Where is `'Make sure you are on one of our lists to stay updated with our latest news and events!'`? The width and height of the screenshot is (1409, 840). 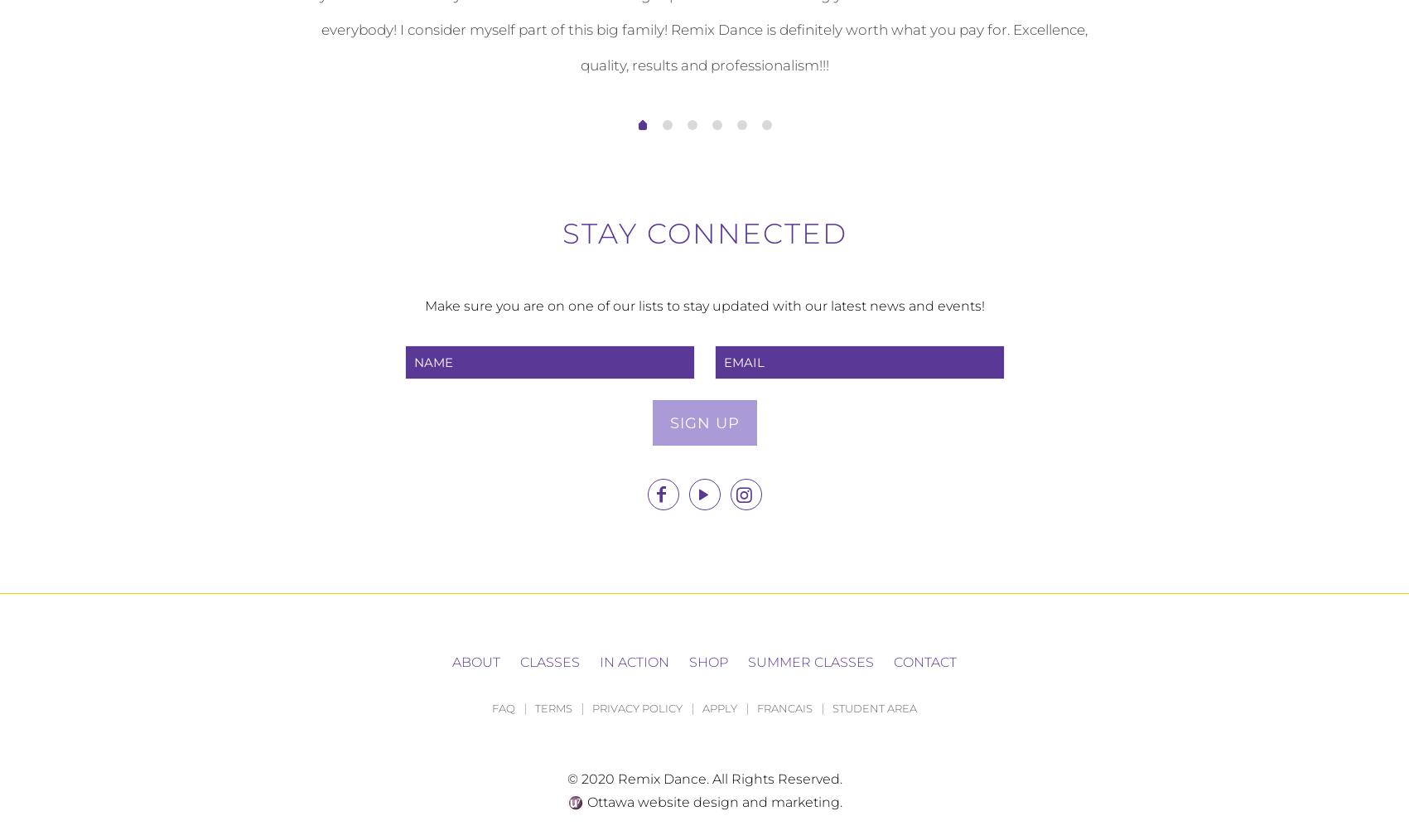 'Make sure you are on one of our lists to stay updated with our latest news and events!' is located at coordinates (703, 305).